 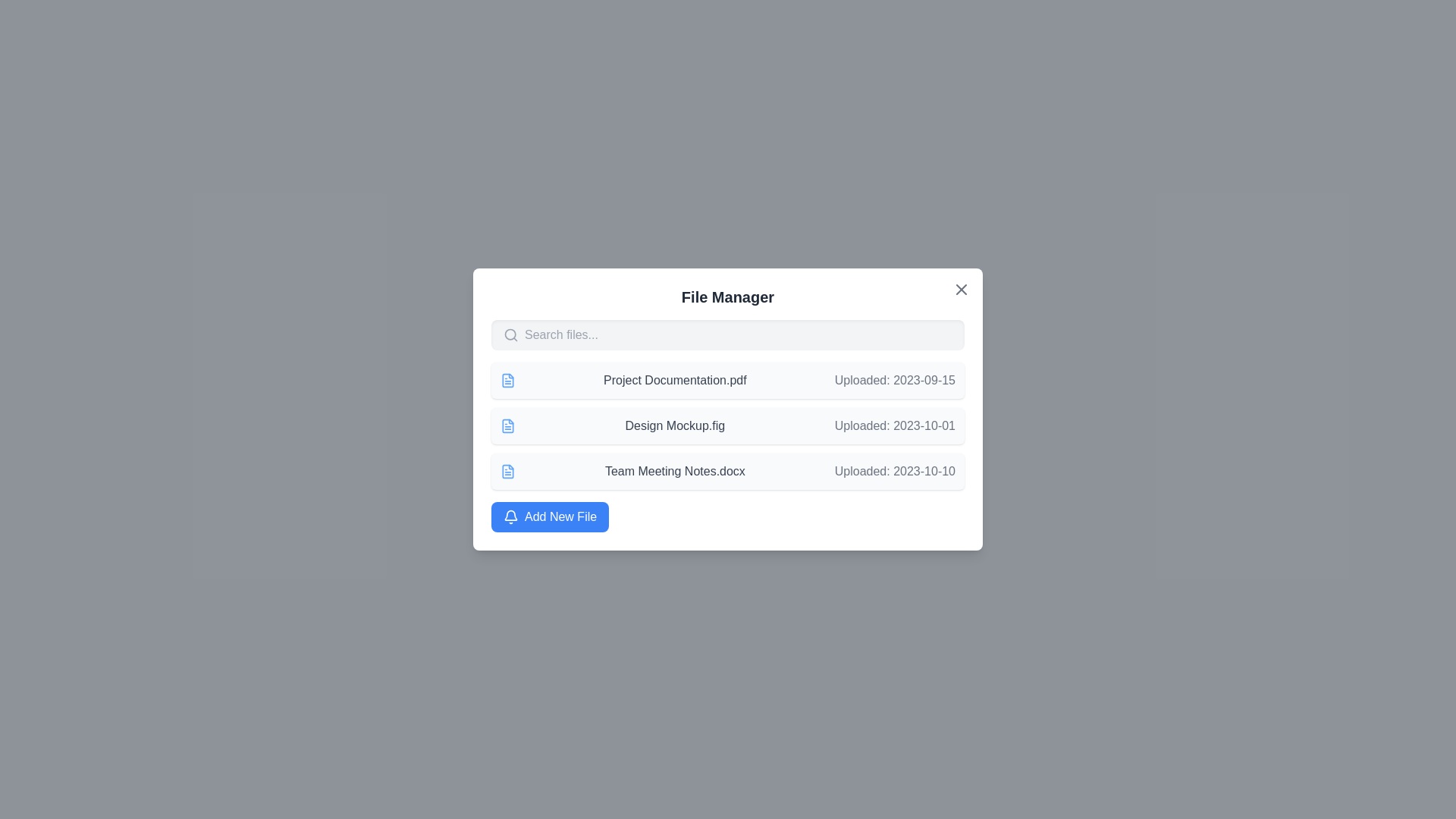 What do you see at coordinates (674, 379) in the screenshot?
I see `the label representing the name of a file in the second row of the file list in the file manager interface, located between the document icon and the upload date text 'Uploaded: 2023-09-15'` at bounding box center [674, 379].